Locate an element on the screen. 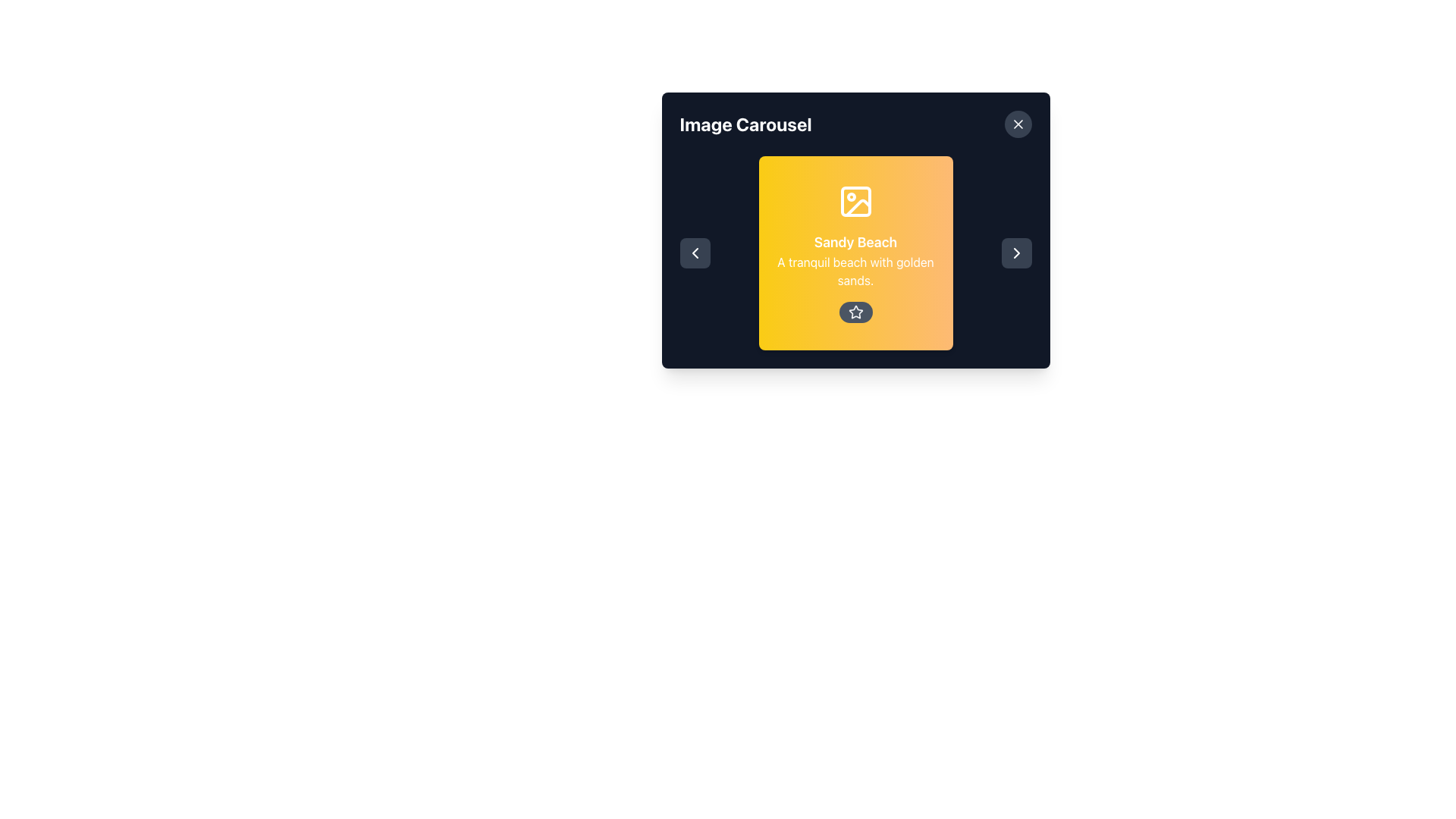  the Text Label element that serves as the title or label for the card, located within the gradient panel, positioned near its vertical center and slightly above the accompanying descriptive text, directly underneath the image icon is located at coordinates (855, 242).